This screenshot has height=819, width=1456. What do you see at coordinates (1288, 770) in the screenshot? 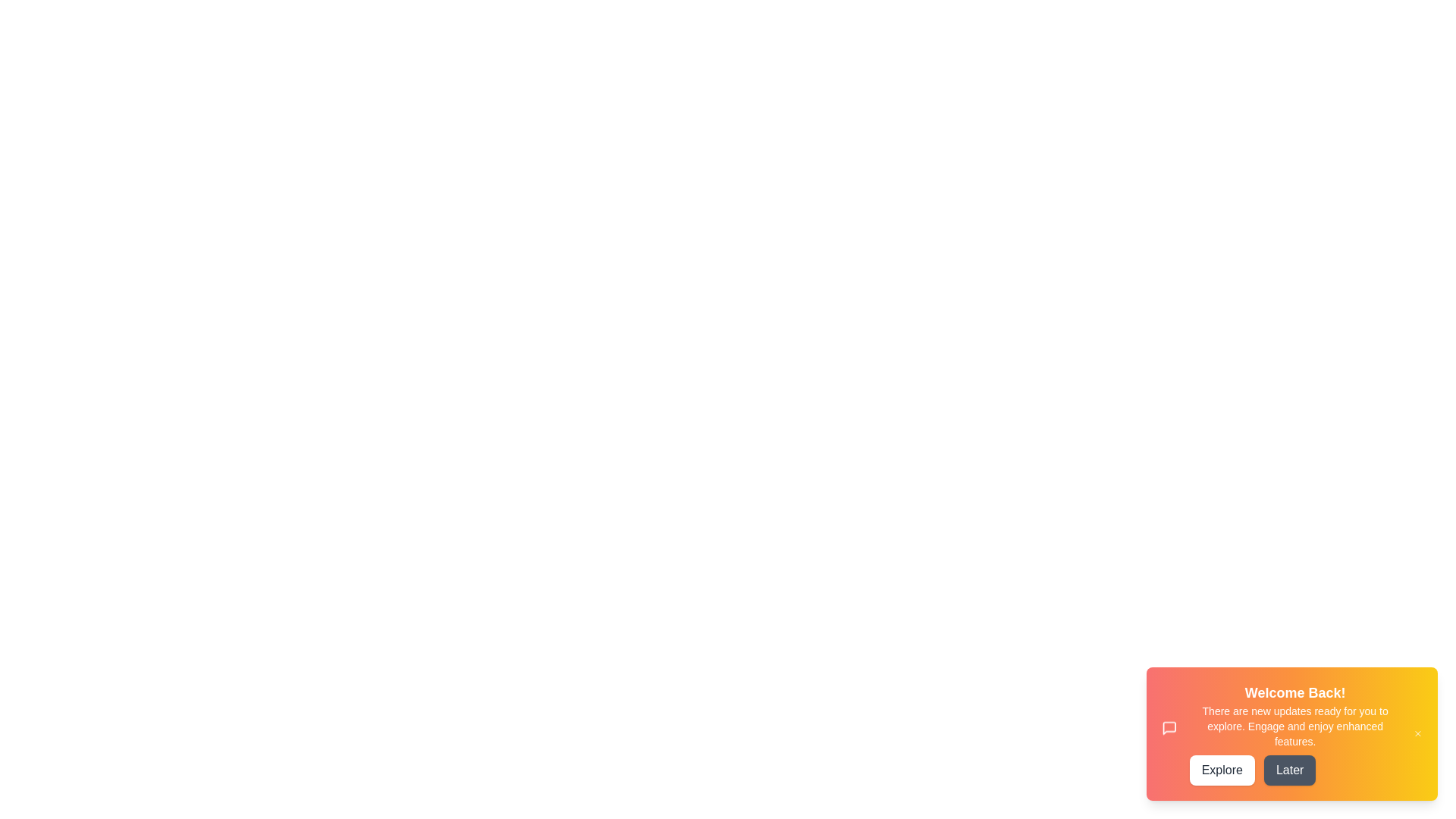
I see `'Later' button to dismiss the snackbar` at bounding box center [1288, 770].